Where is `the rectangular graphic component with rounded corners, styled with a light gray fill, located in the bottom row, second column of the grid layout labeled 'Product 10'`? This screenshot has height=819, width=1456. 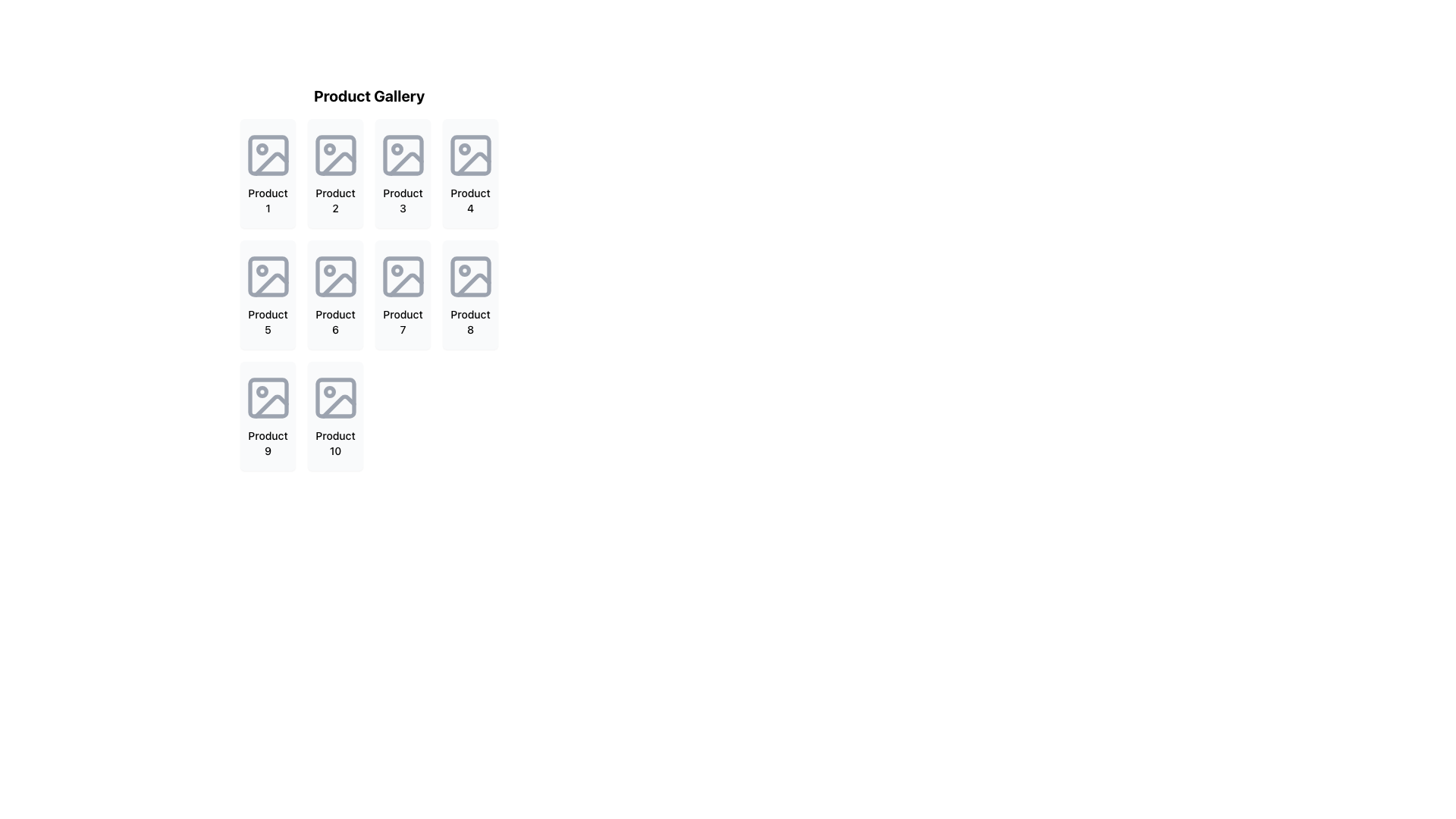 the rectangular graphic component with rounded corners, styled with a light gray fill, located in the bottom row, second column of the grid layout labeled 'Product 10' is located at coordinates (334, 397).